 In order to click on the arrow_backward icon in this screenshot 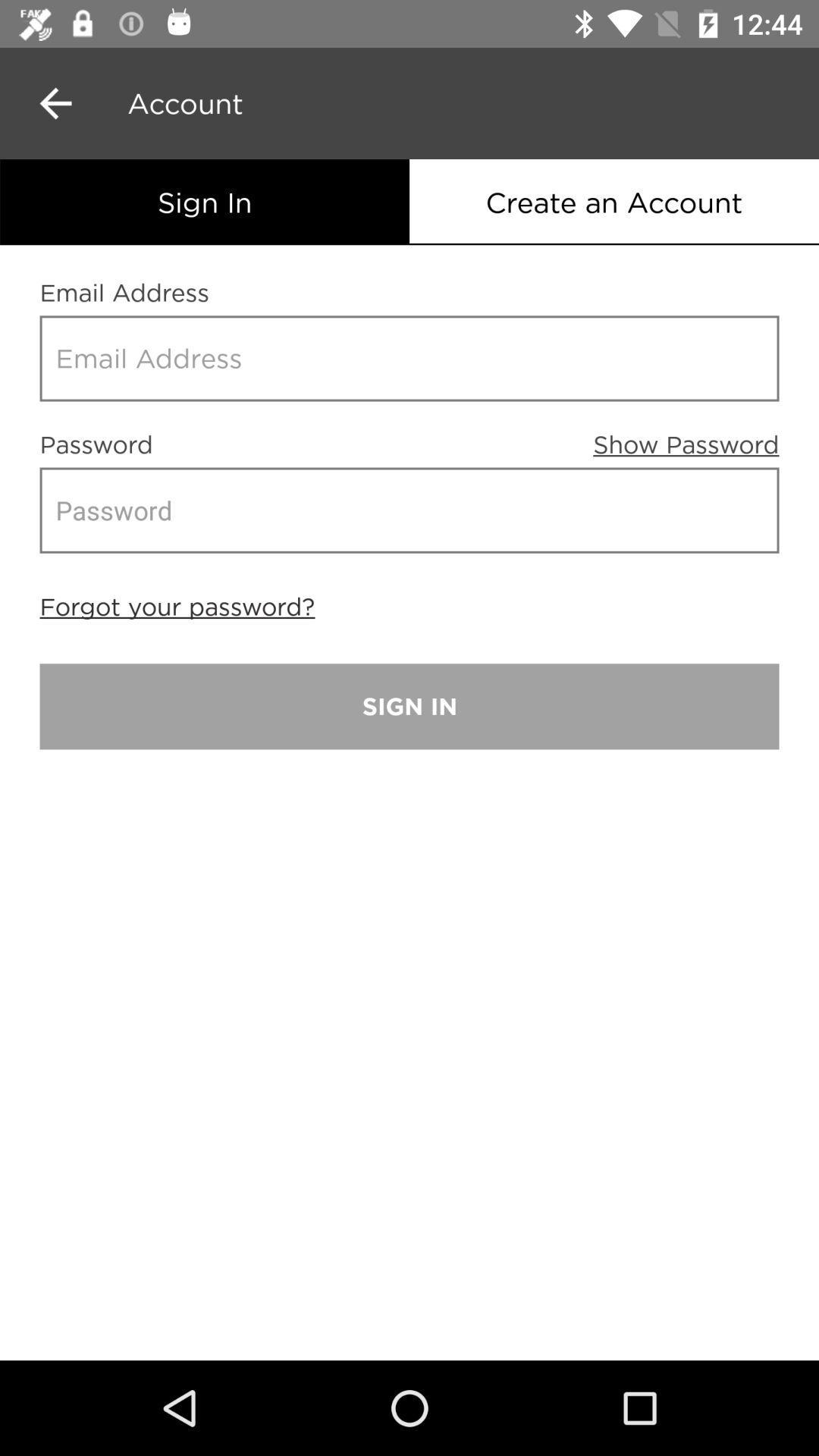, I will do `click(55, 102)`.